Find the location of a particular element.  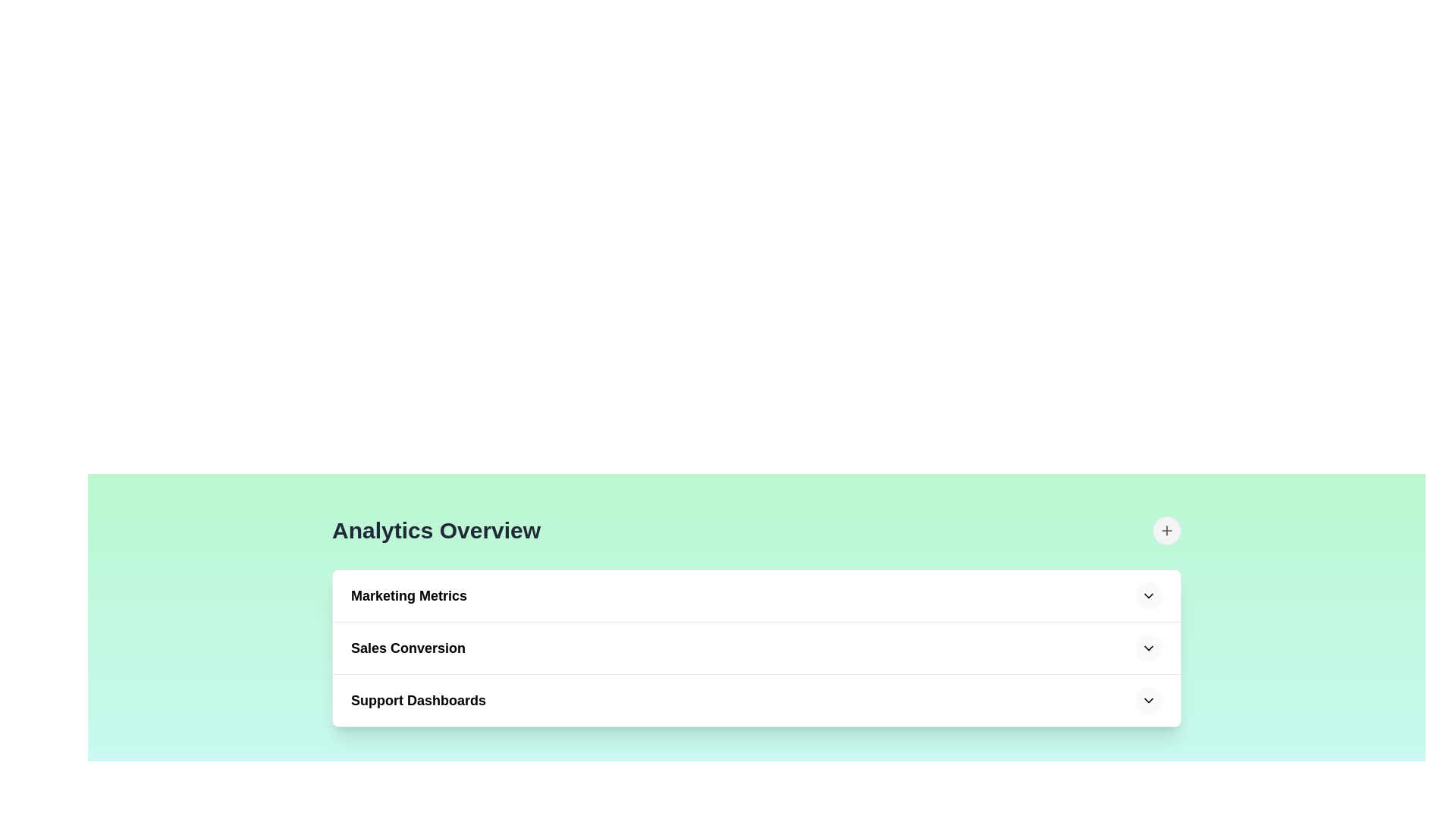

the 'Support Dashboards' menu item in the third row of the 'Analytics Overview' section is located at coordinates (757, 701).